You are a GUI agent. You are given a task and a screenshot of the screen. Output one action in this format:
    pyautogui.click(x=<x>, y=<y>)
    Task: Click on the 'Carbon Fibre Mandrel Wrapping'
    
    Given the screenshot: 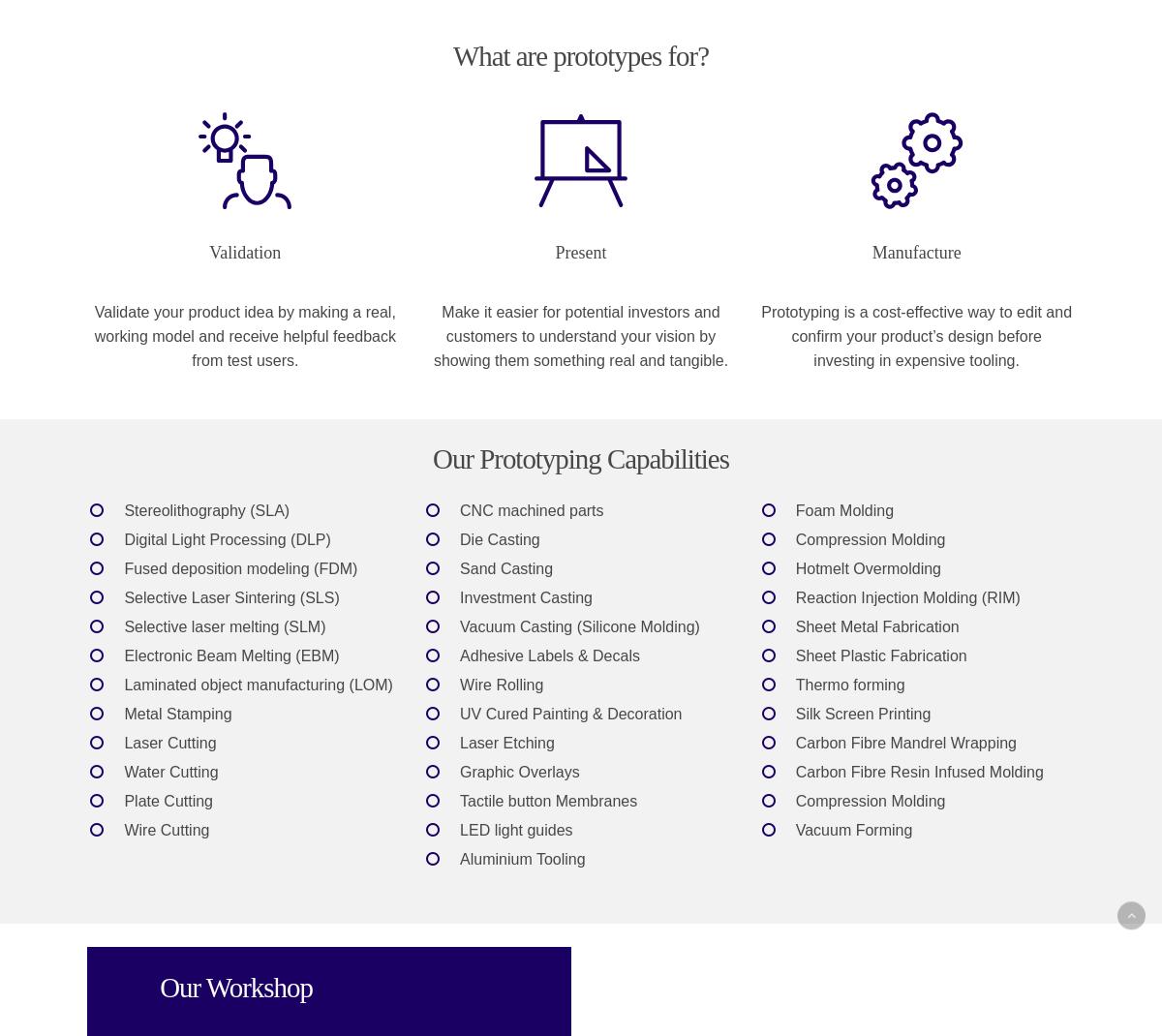 What is the action you would take?
    pyautogui.click(x=794, y=741)
    